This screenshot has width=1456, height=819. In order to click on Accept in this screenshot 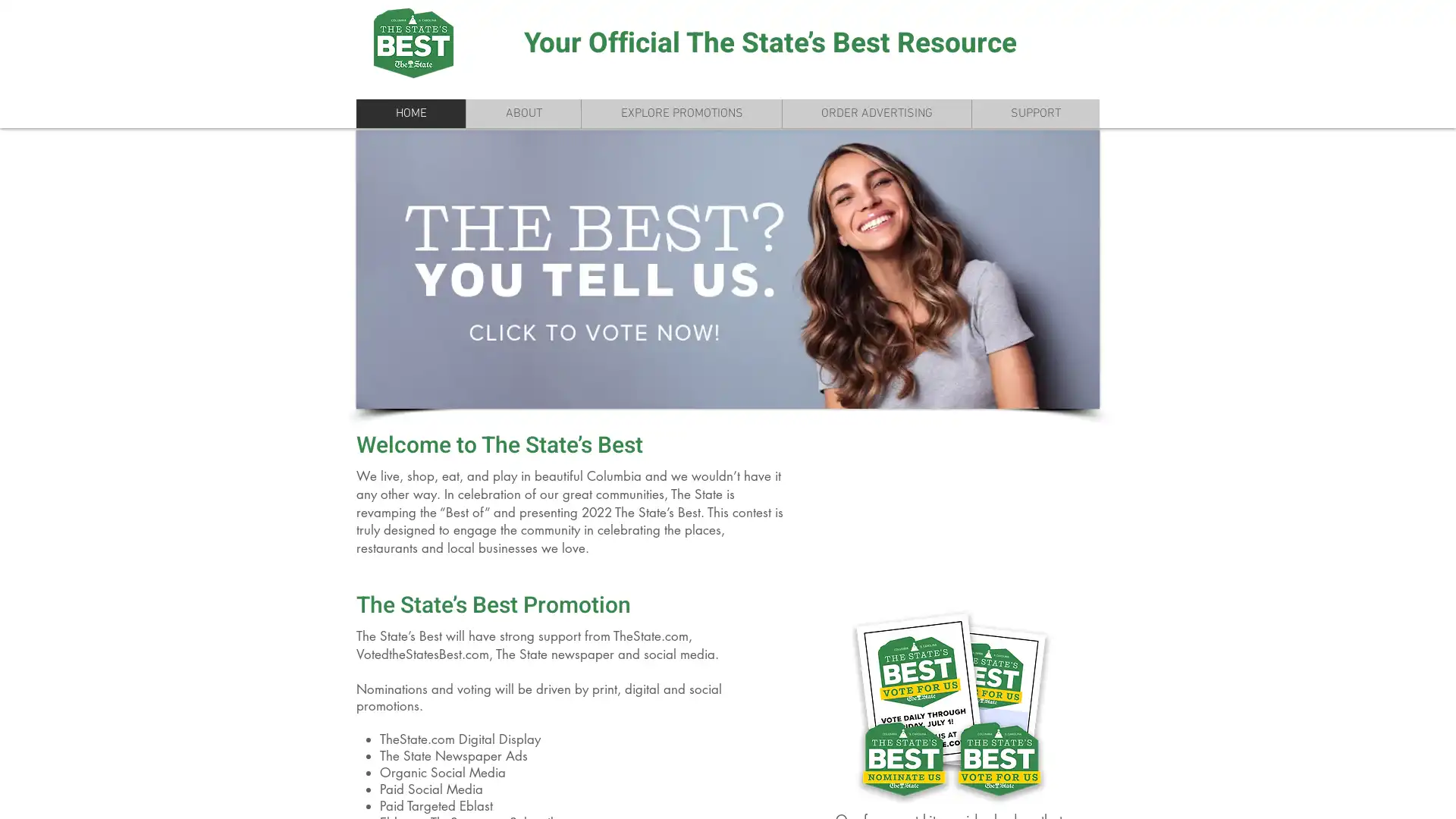, I will do `click(1388, 794)`.